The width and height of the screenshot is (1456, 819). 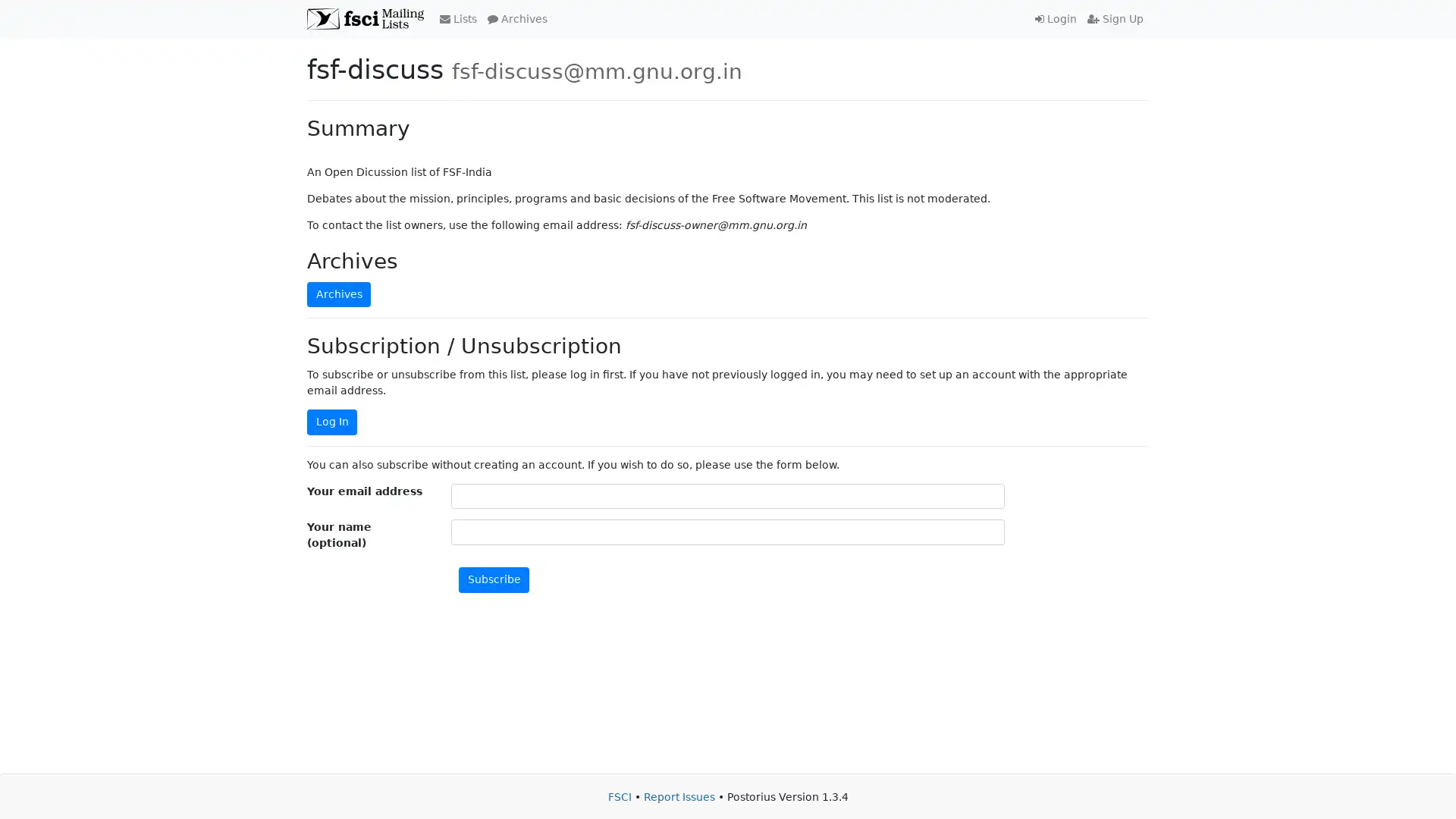 I want to click on Subscribe, so click(x=494, y=579).